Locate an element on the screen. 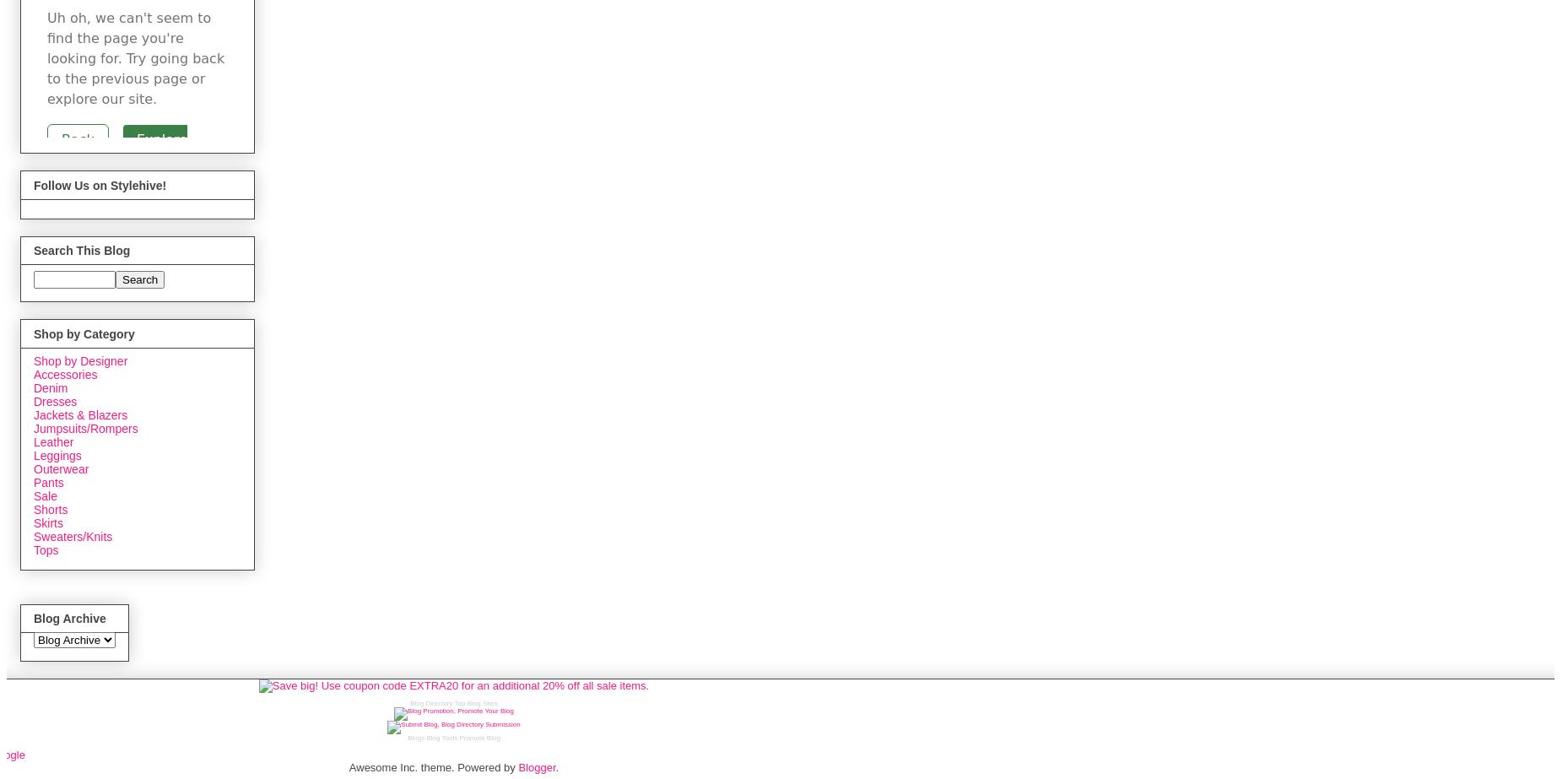 The width and height of the screenshot is (1568, 779). 'Blog Archive' is located at coordinates (68, 617).